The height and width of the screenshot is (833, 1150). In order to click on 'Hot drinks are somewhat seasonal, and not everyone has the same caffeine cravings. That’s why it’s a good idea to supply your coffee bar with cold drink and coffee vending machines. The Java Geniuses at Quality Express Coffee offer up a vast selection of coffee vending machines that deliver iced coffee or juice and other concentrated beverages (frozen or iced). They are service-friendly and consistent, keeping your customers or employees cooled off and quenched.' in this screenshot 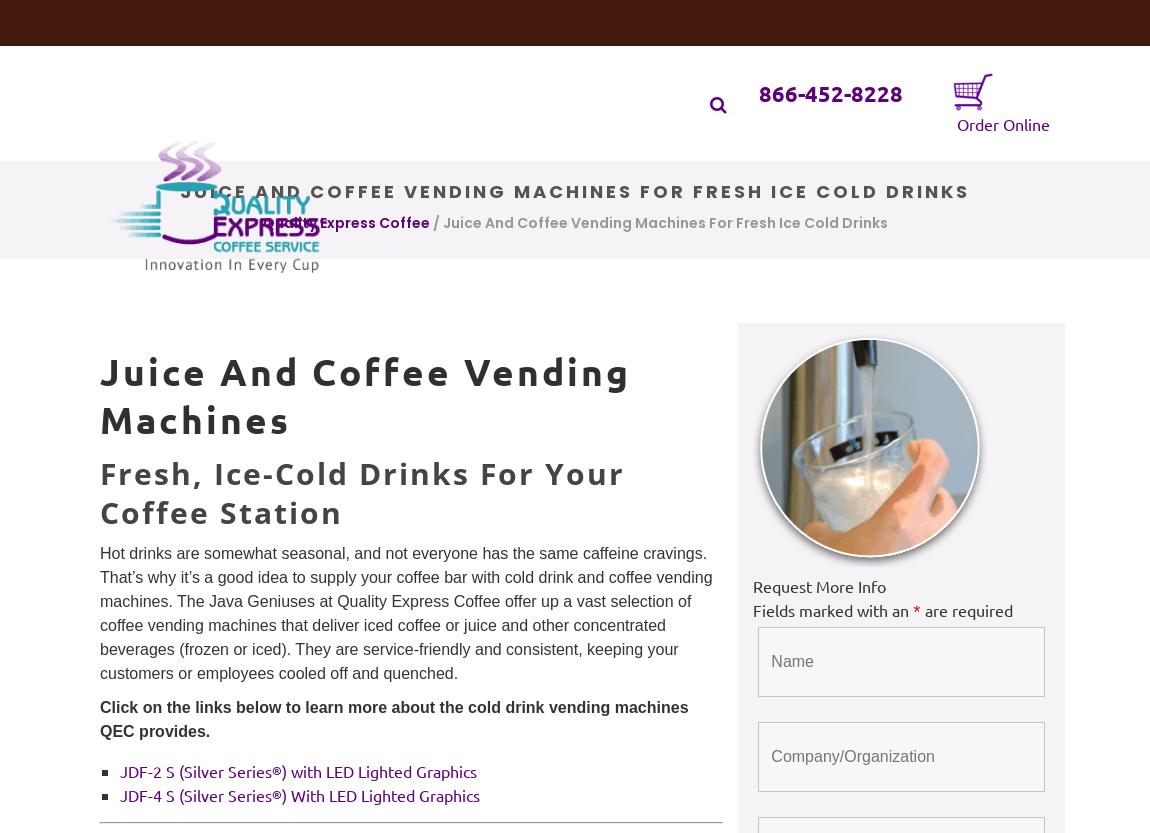, I will do `click(99, 613)`.